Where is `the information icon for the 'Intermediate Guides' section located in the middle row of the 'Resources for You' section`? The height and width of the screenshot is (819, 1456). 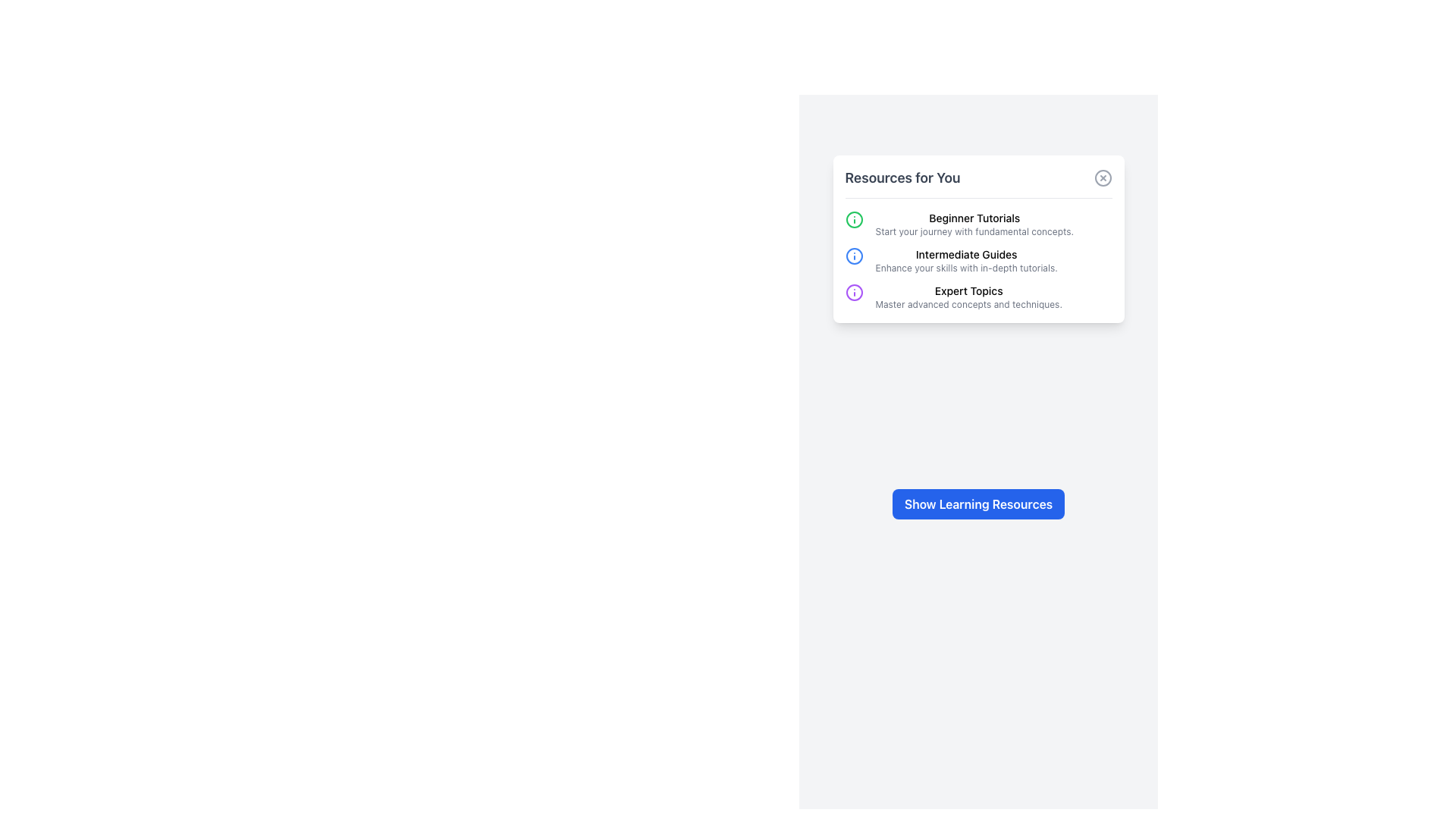 the information icon for the 'Intermediate Guides' section located in the middle row of the 'Resources for You' section is located at coordinates (854, 256).